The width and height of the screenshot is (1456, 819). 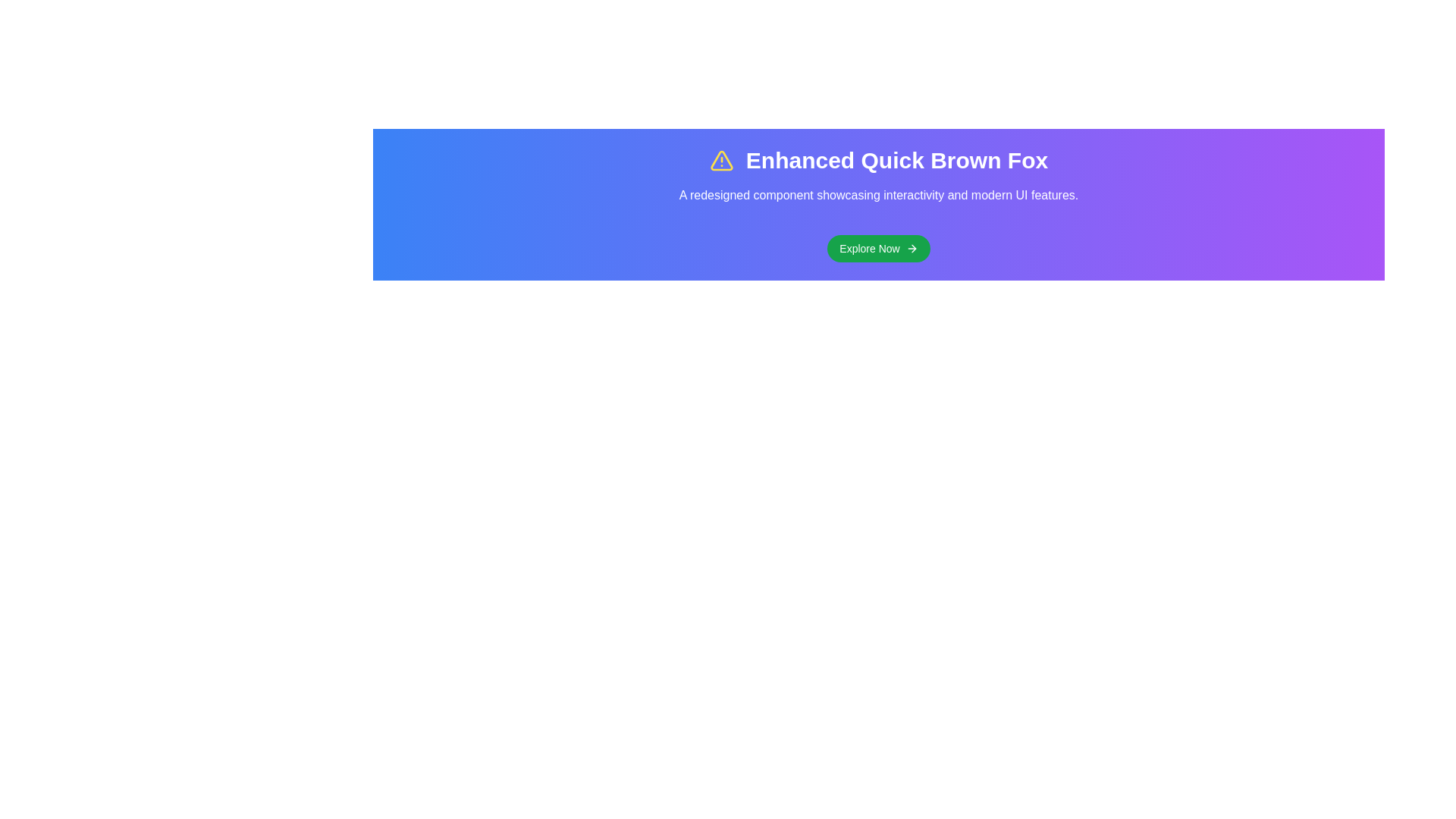 I want to click on the alert icon located near the top center of the interface, directly preceding the text 'Enhanced Quick Brown Fox', to potentially trigger a related action, so click(x=720, y=161).